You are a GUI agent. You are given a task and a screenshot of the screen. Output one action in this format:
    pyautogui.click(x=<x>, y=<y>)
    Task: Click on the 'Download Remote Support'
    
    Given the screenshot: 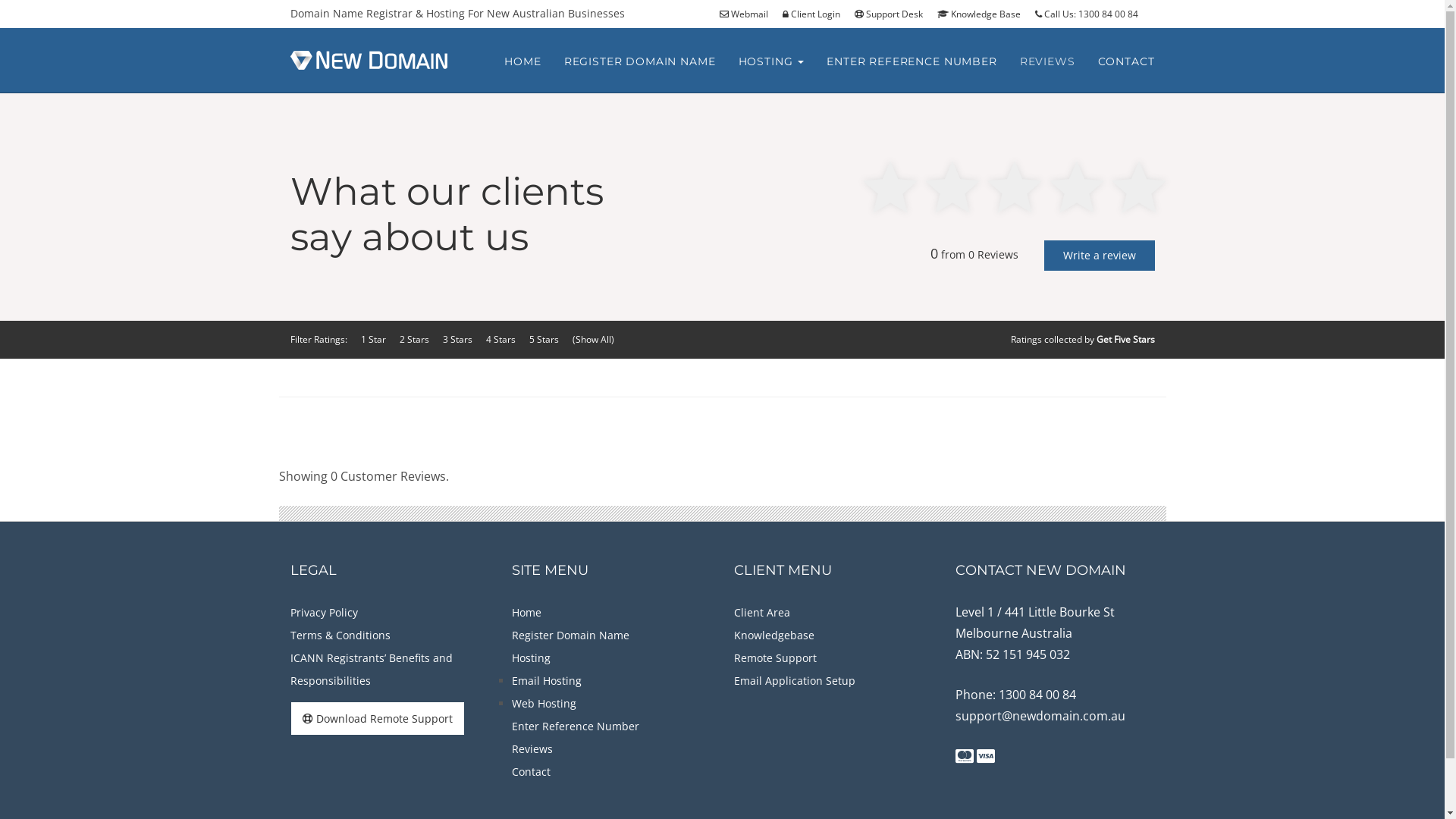 What is the action you would take?
    pyautogui.click(x=377, y=717)
    